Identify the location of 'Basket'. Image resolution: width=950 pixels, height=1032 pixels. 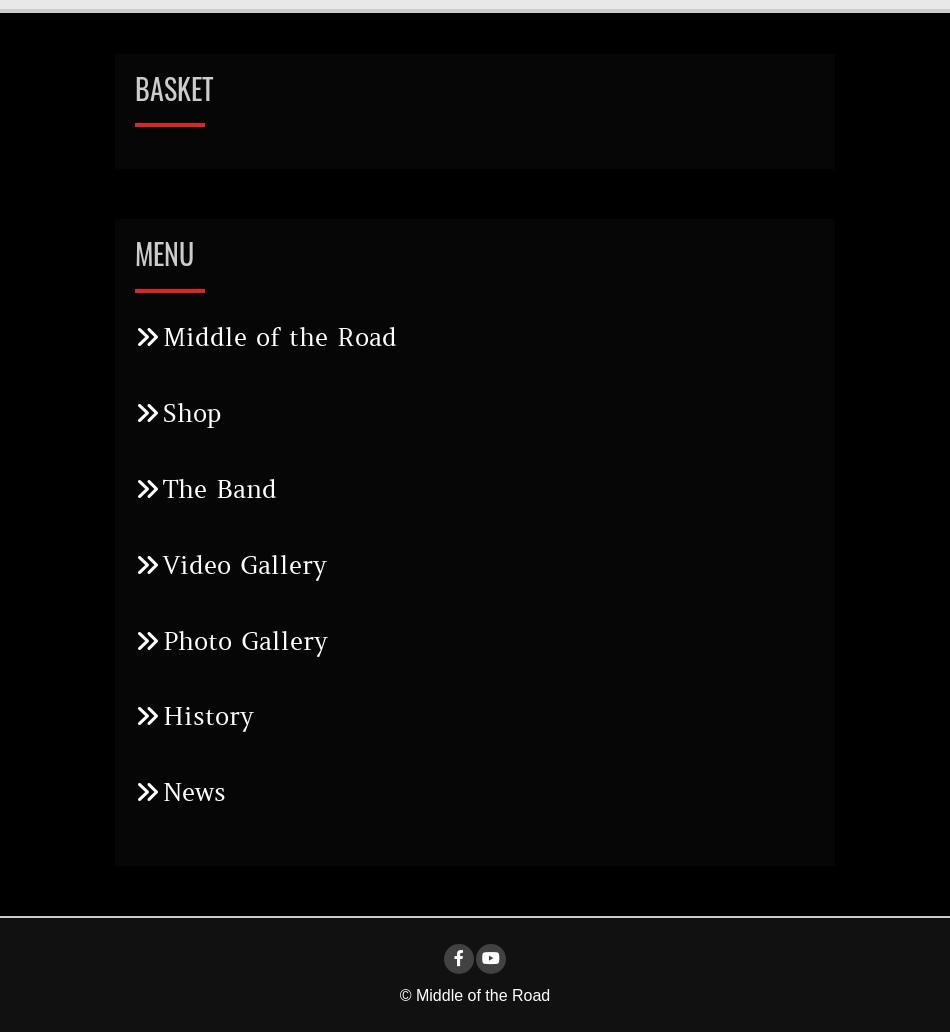
(174, 87).